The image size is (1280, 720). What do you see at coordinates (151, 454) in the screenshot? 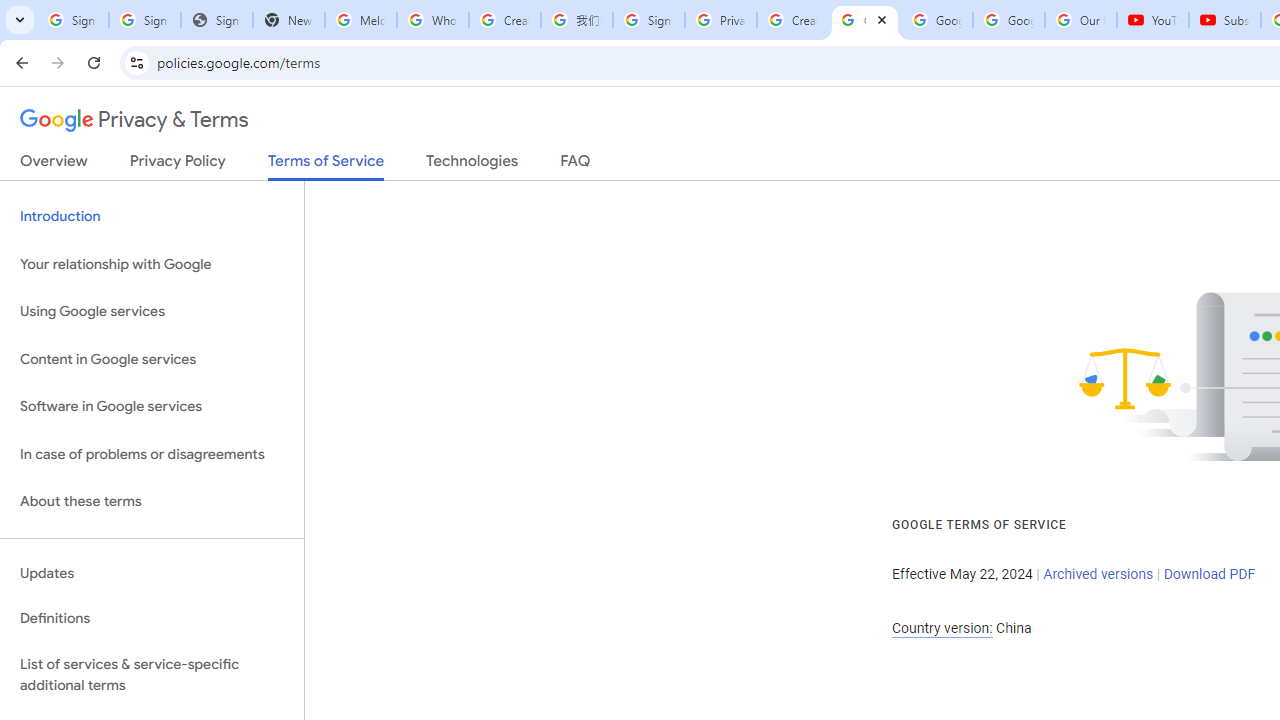
I see `'In case of problems or disagreements'` at bounding box center [151, 454].